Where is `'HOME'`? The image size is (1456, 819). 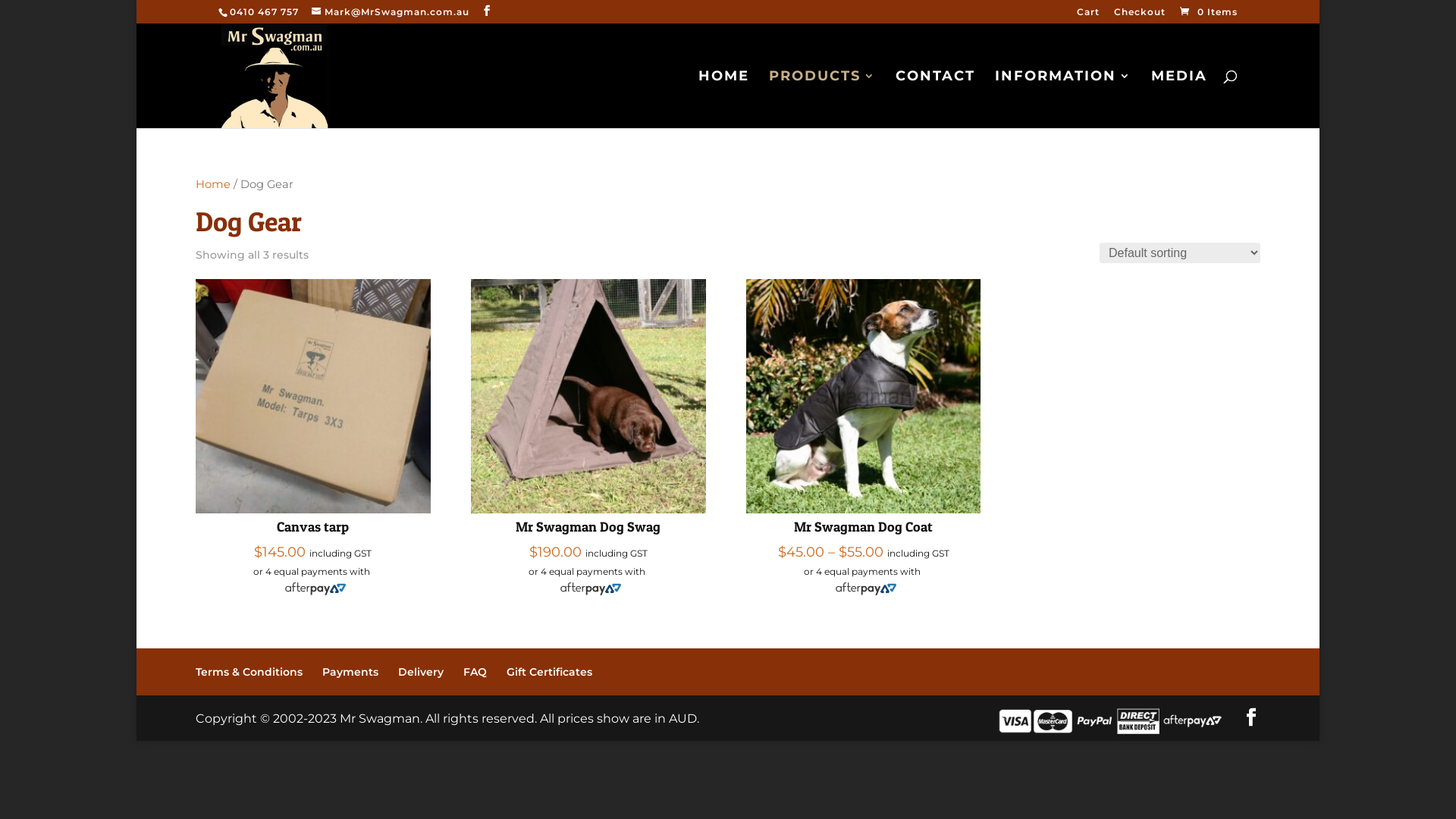 'HOME' is located at coordinates (698, 99).